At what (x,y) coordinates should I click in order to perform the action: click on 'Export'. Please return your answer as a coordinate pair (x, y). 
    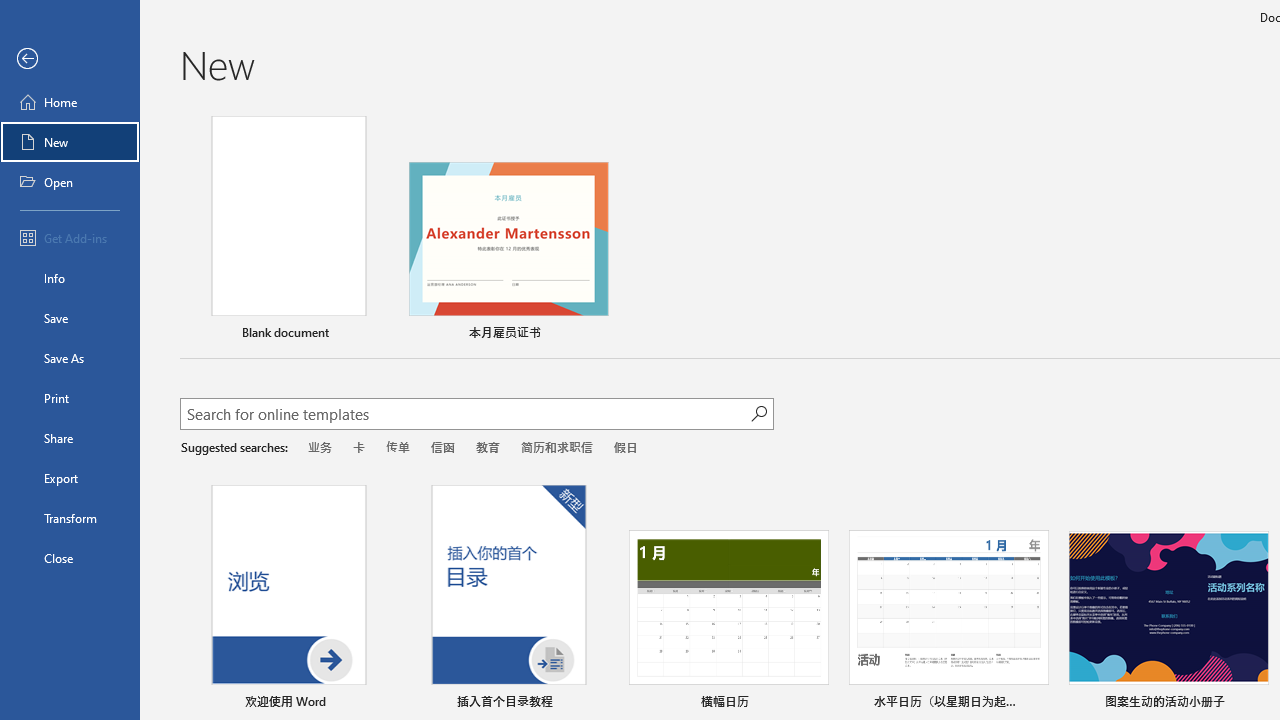
    Looking at the image, I should click on (69, 478).